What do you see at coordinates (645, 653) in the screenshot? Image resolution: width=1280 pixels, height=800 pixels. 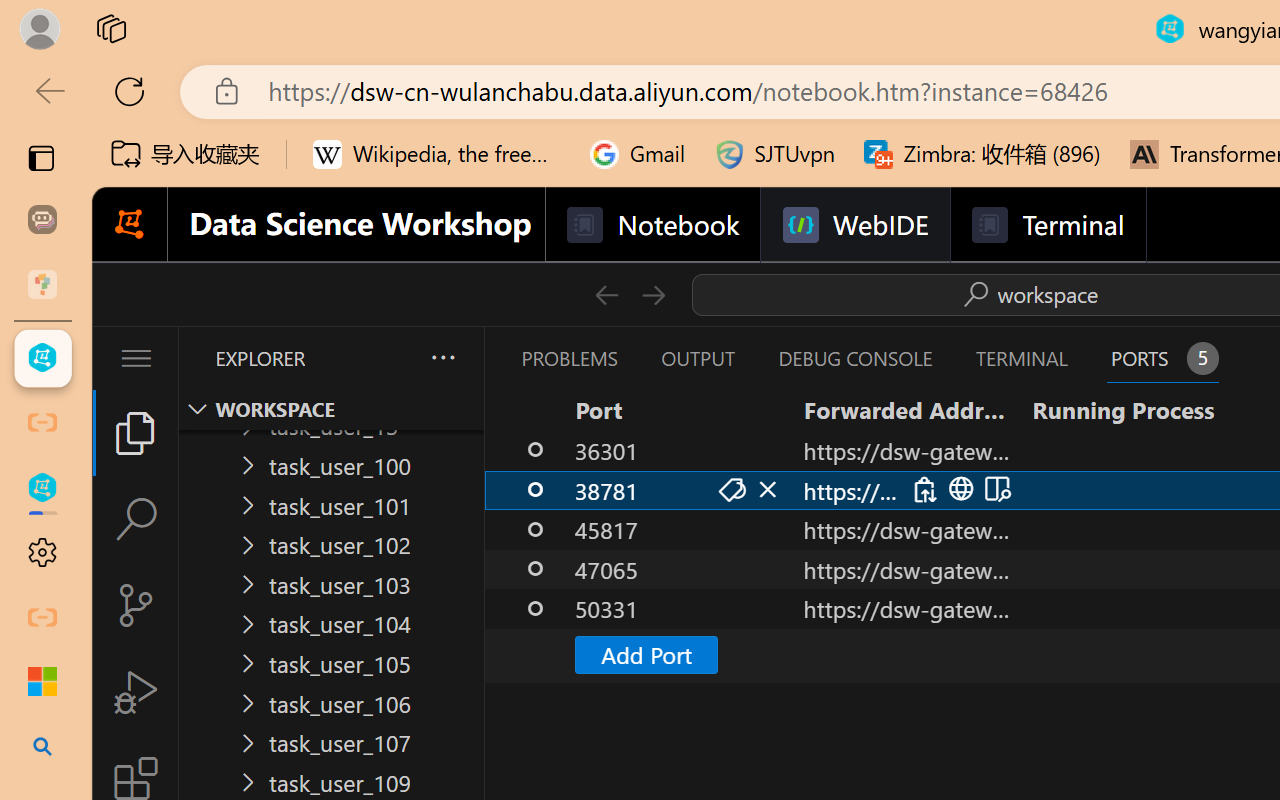 I see `'Add Port'` at bounding box center [645, 653].